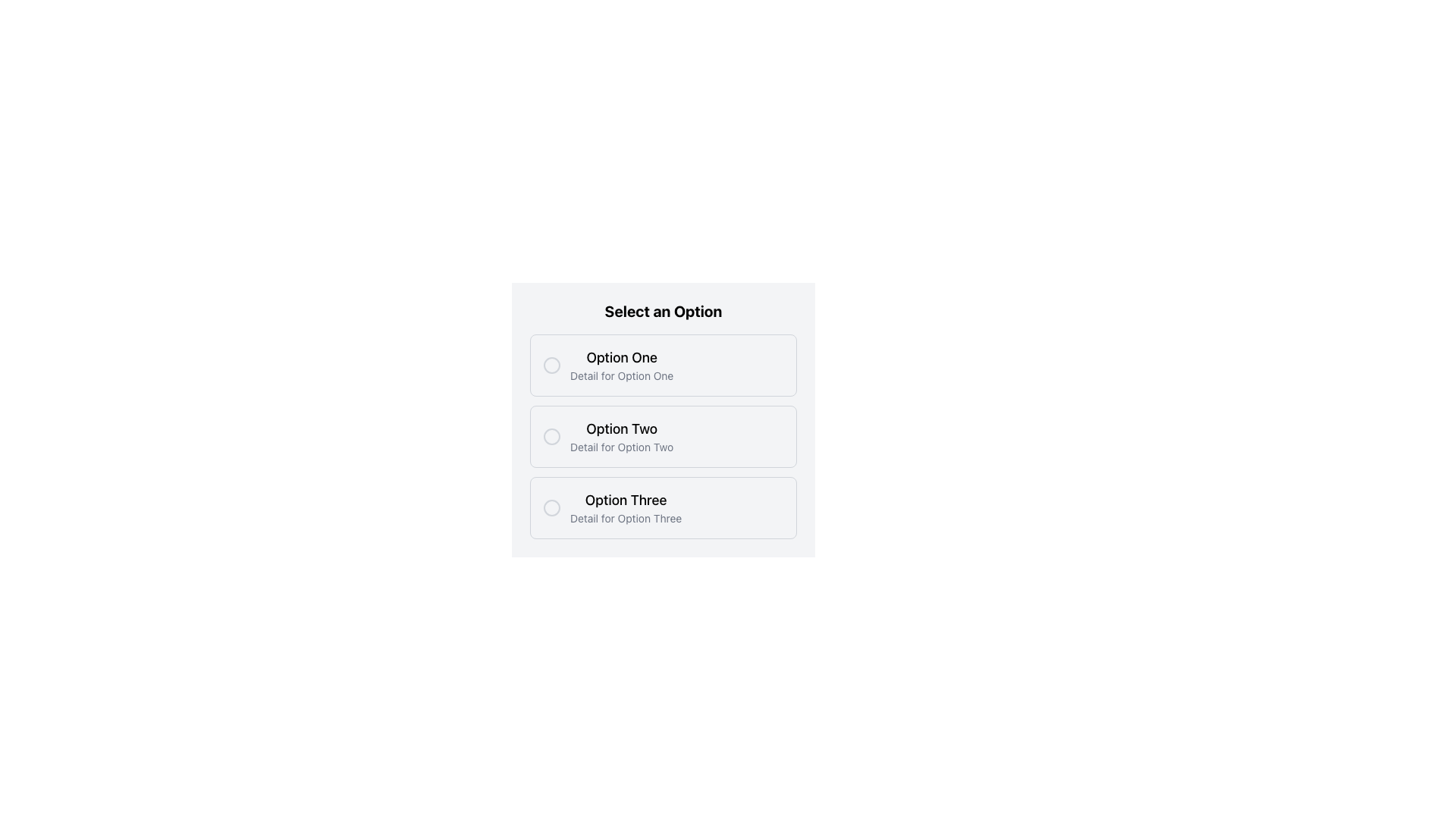  Describe the element at coordinates (551, 366) in the screenshot. I see `the first radio button for 'Option One'` at that location.